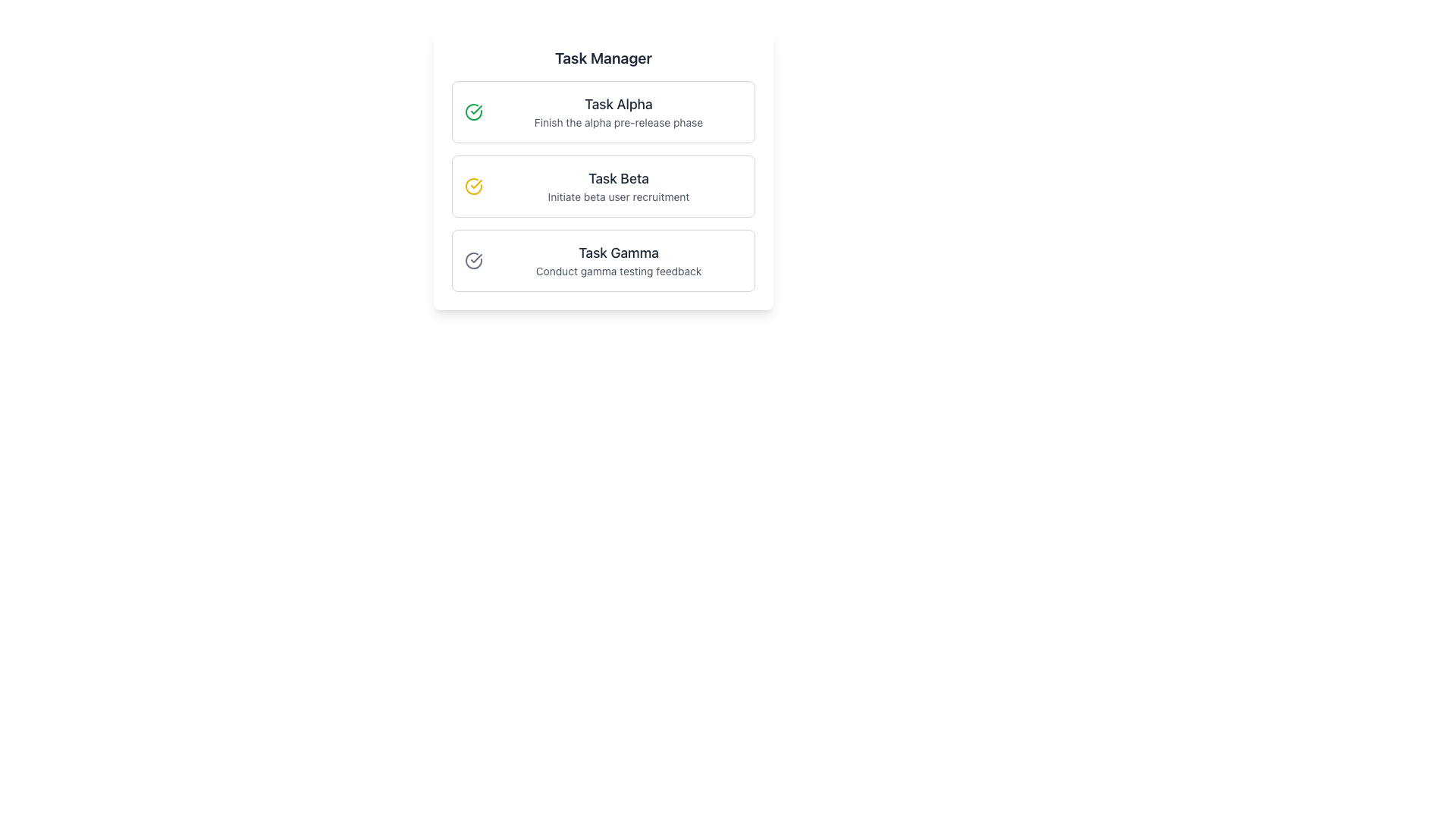  What do you see at coordinates (619, 196) in the screenshot?
I see `the text element labeled 'Initiate beta user recruitment', which is styled in a small, gray, sans-serif font, located under the 'Task Beta' heading` at bounding box center [619, 196].